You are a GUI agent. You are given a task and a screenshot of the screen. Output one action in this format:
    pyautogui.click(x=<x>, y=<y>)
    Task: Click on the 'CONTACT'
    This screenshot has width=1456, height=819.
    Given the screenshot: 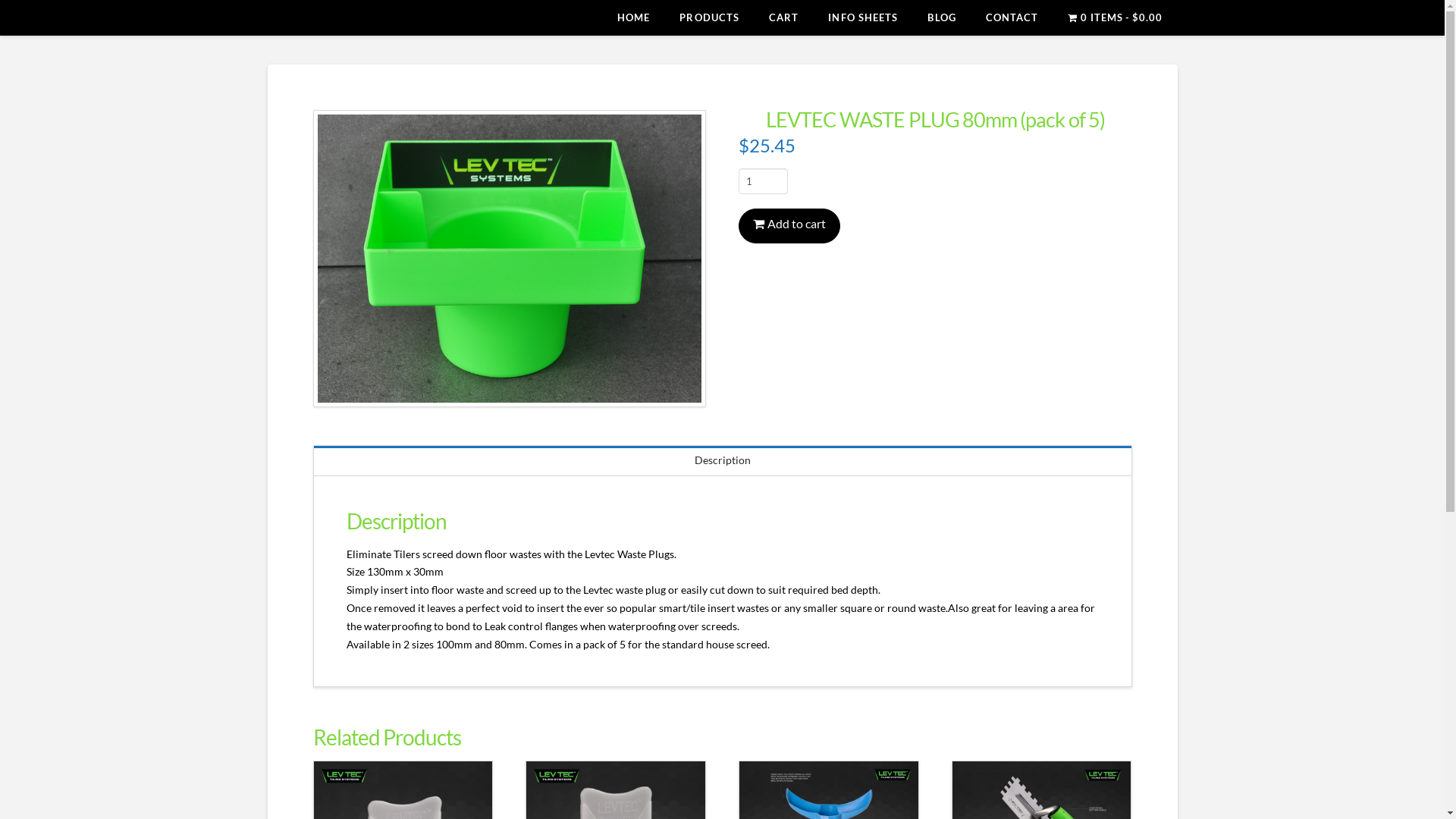 What is the action you would take?
    pyautogui.click(x=1012, y=17)
    